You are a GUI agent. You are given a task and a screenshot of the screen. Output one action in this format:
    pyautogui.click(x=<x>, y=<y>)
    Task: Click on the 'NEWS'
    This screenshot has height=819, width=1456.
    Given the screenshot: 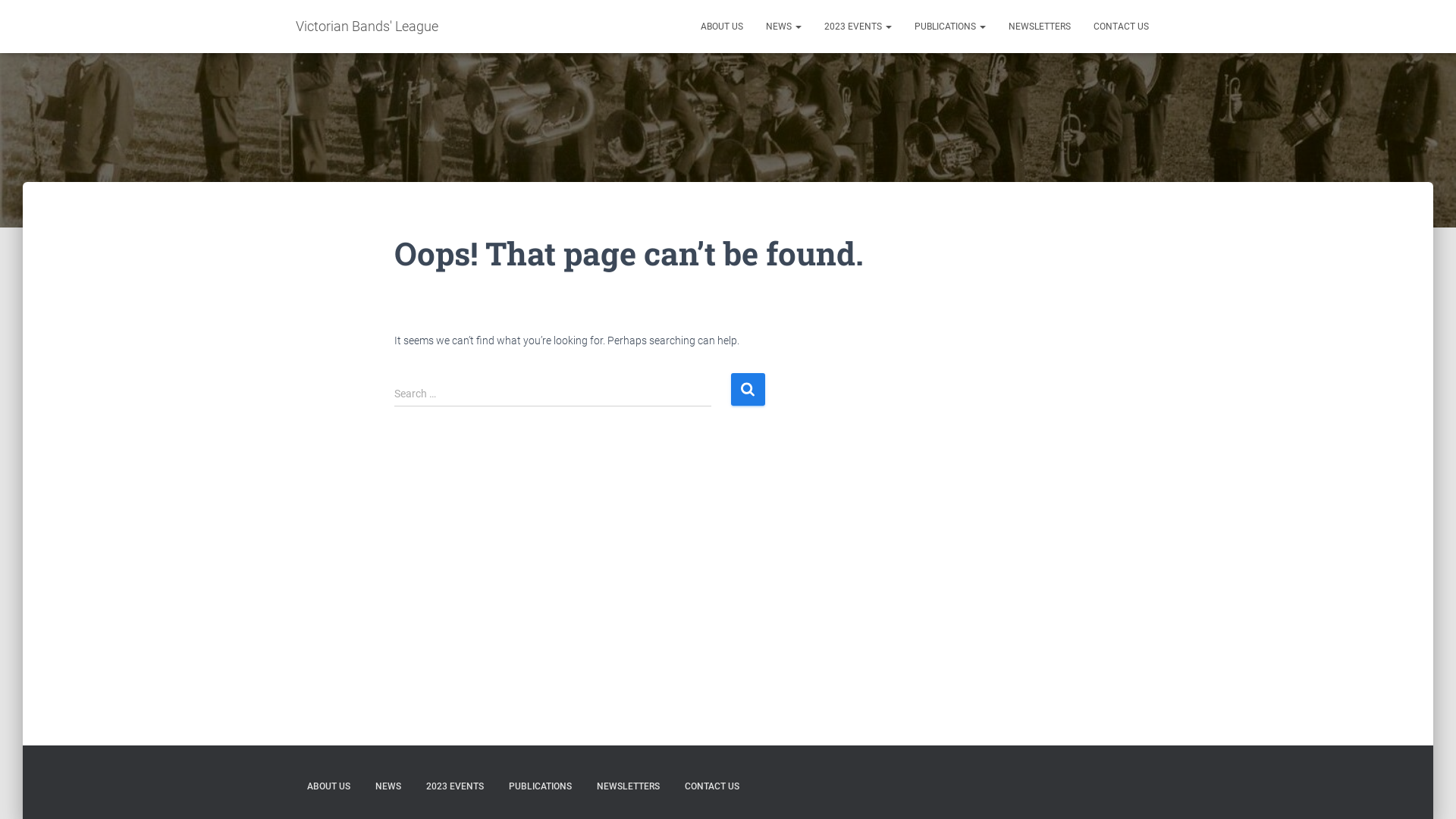 What is the action you would take?
    pyautogui.click(x=388, y=786)
    